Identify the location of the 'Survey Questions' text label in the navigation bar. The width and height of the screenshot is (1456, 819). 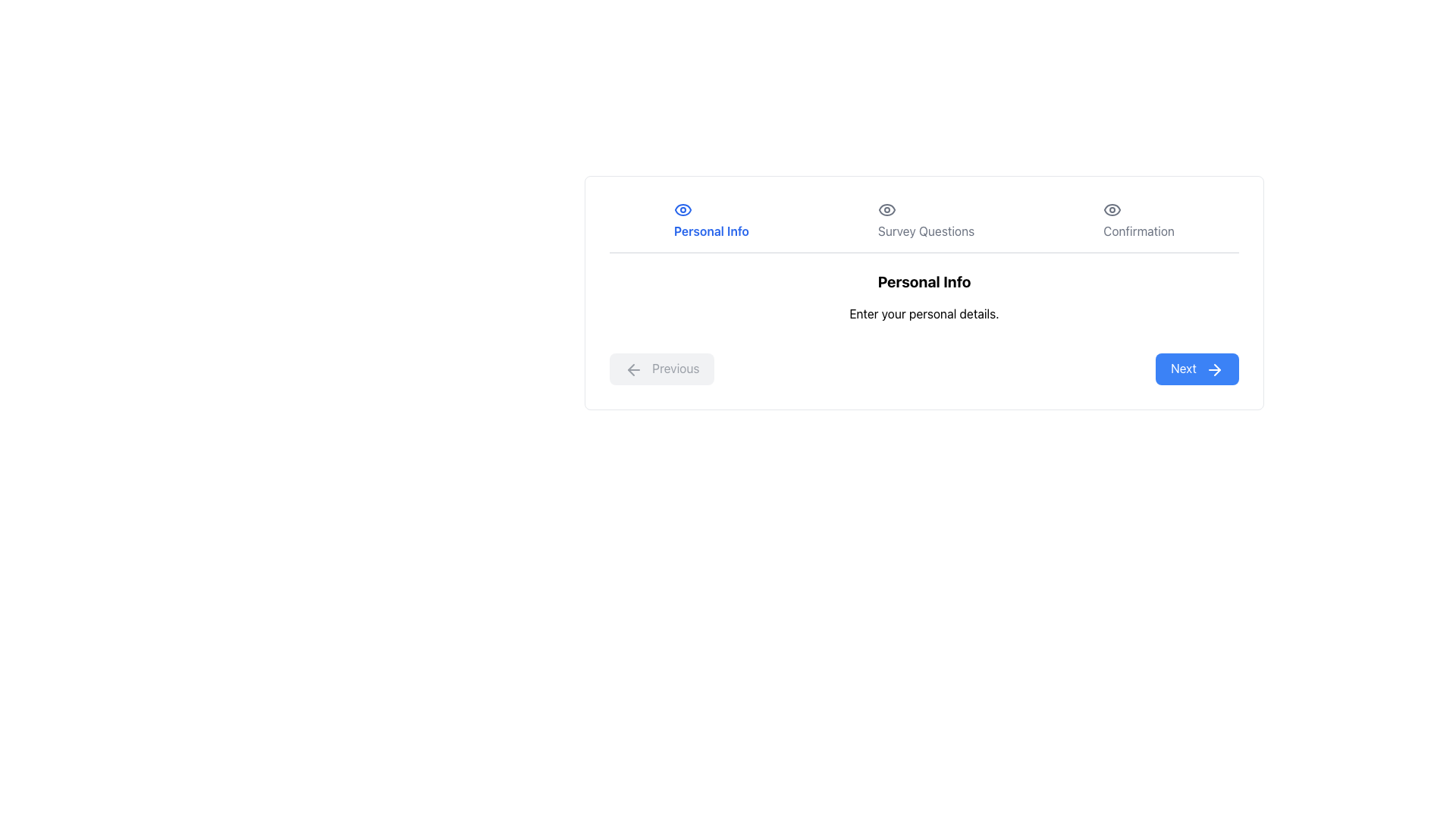
(925, 231).